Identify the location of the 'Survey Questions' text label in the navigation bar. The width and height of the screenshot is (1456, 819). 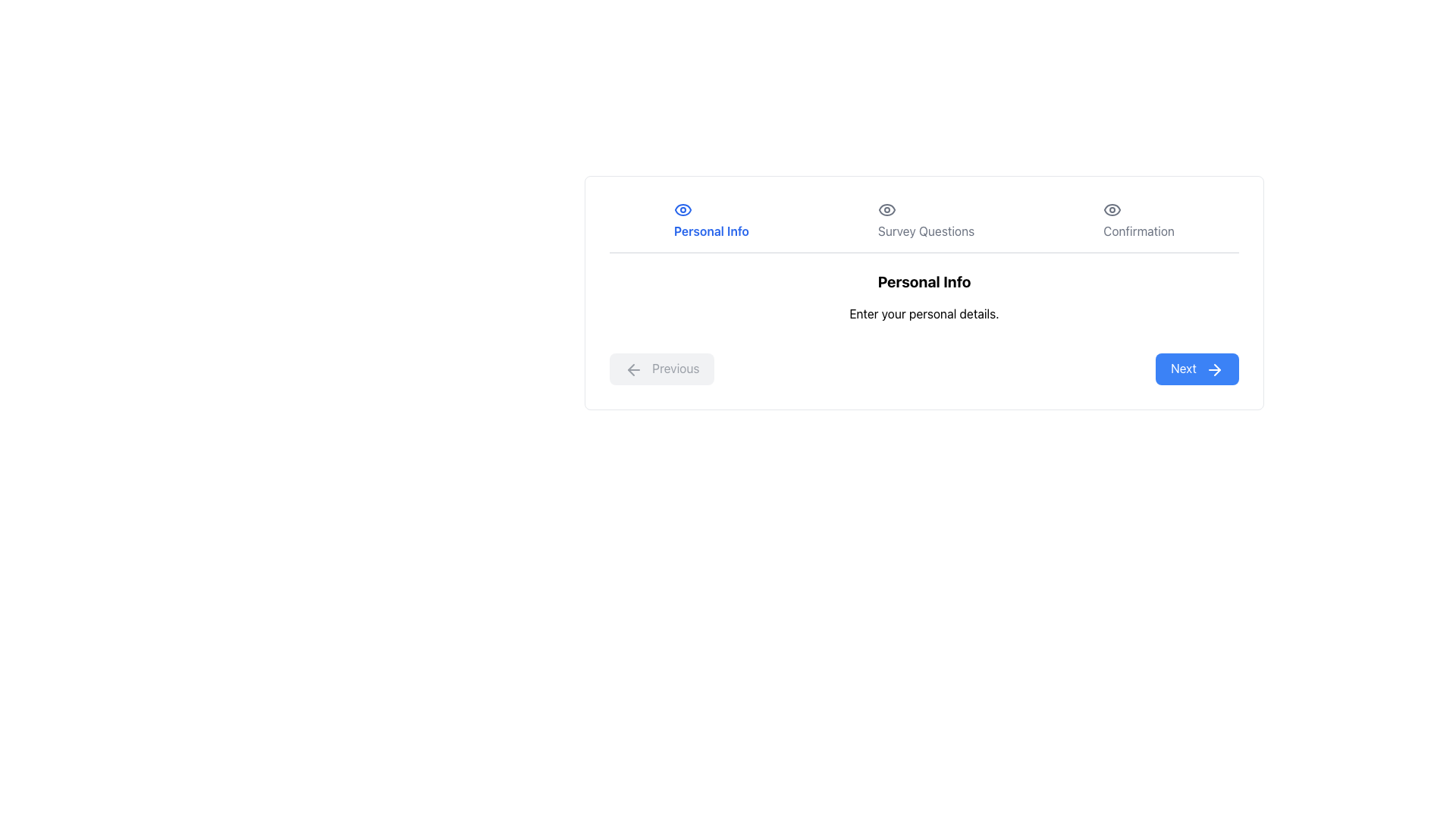
(925, 231).